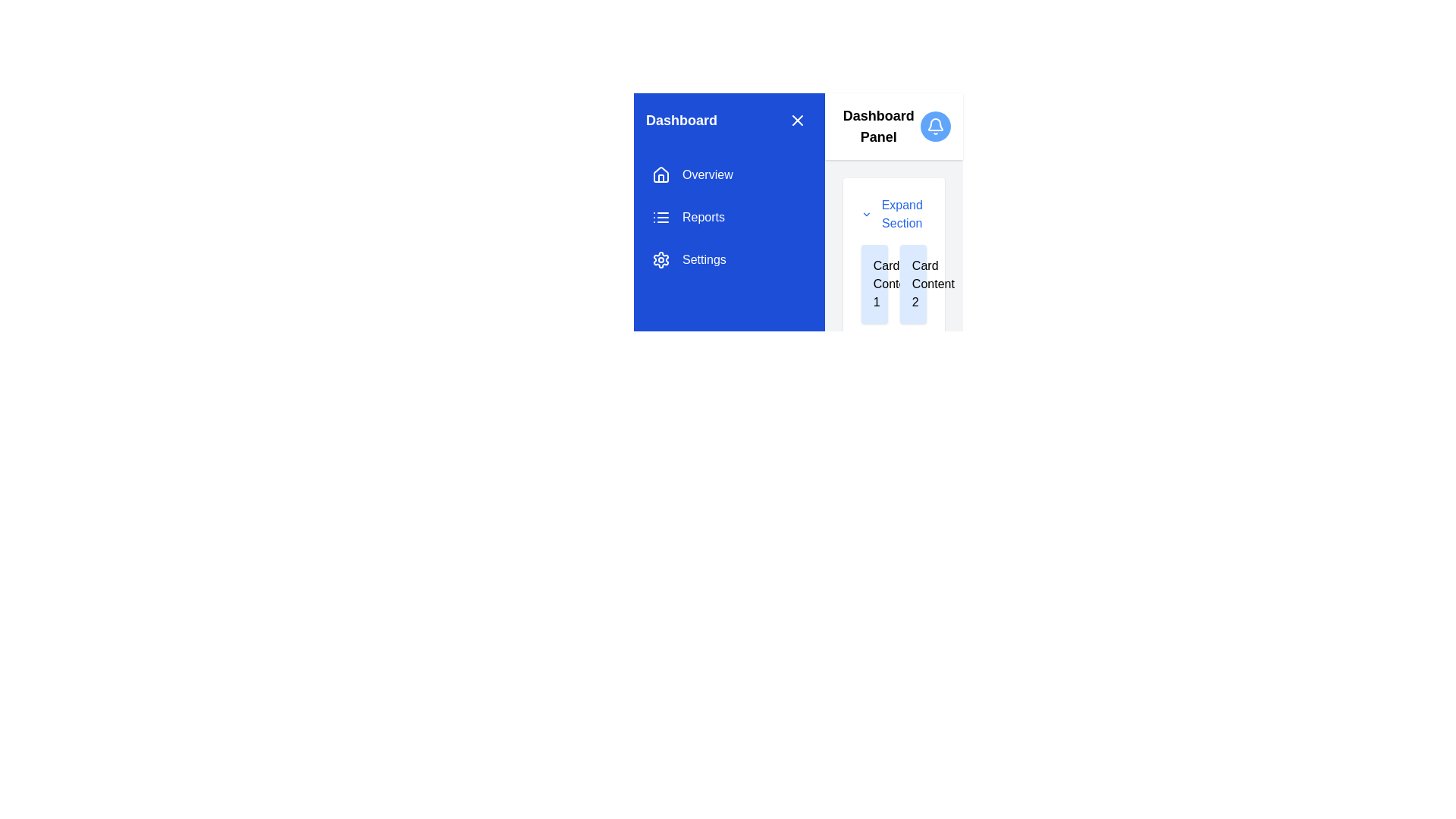  I want to click on the 'Card Content 2' text label within the card component located on the right-hand side of the interface, which summarizes the contents of the associated card, so click(912, 284).